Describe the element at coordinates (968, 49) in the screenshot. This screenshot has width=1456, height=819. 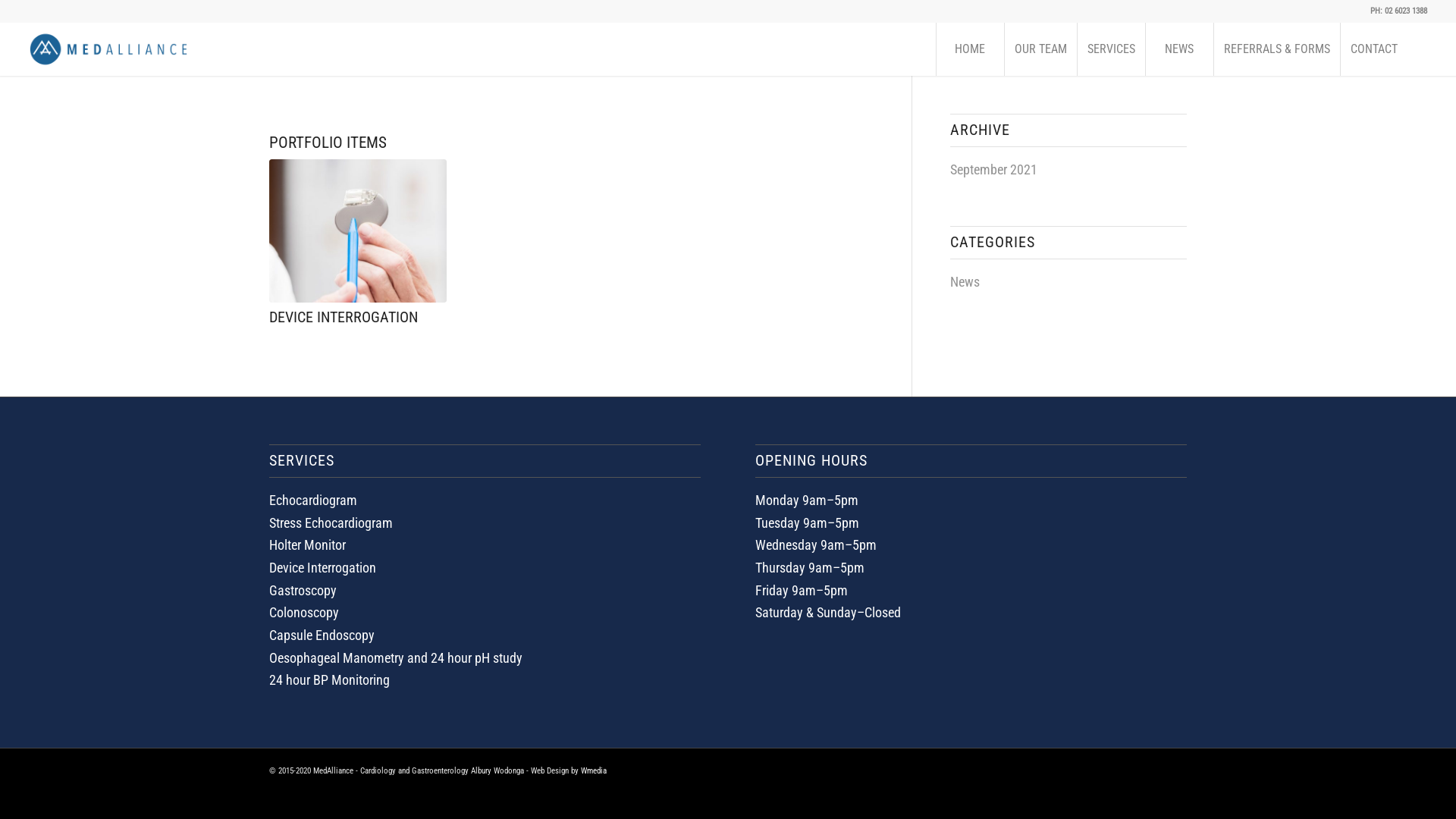
I see `'HOME'` at that location.